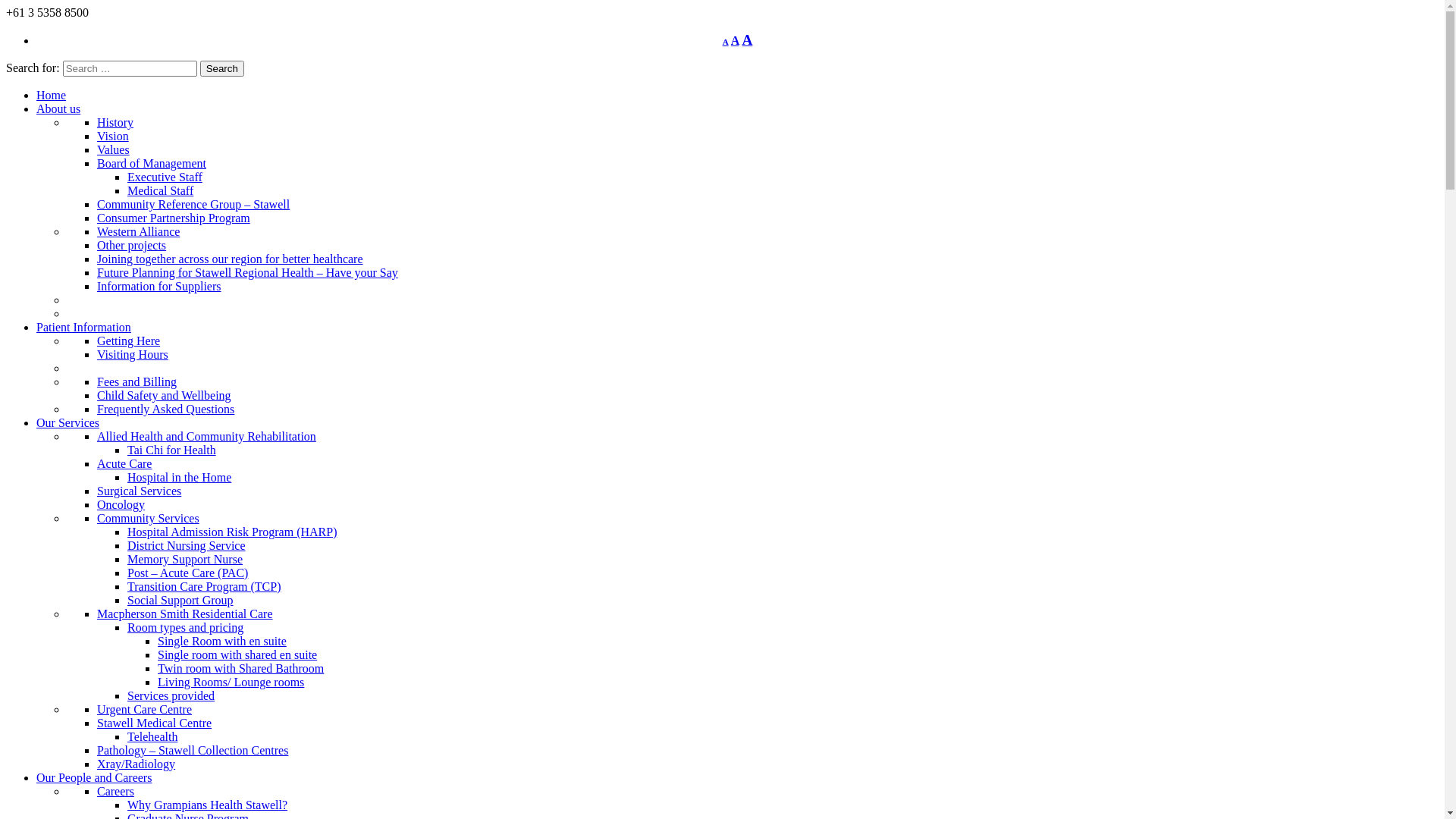  Describe the element at coordinates (93, 777) in the screenshot. I see `'Our People and Careers'` at that location.